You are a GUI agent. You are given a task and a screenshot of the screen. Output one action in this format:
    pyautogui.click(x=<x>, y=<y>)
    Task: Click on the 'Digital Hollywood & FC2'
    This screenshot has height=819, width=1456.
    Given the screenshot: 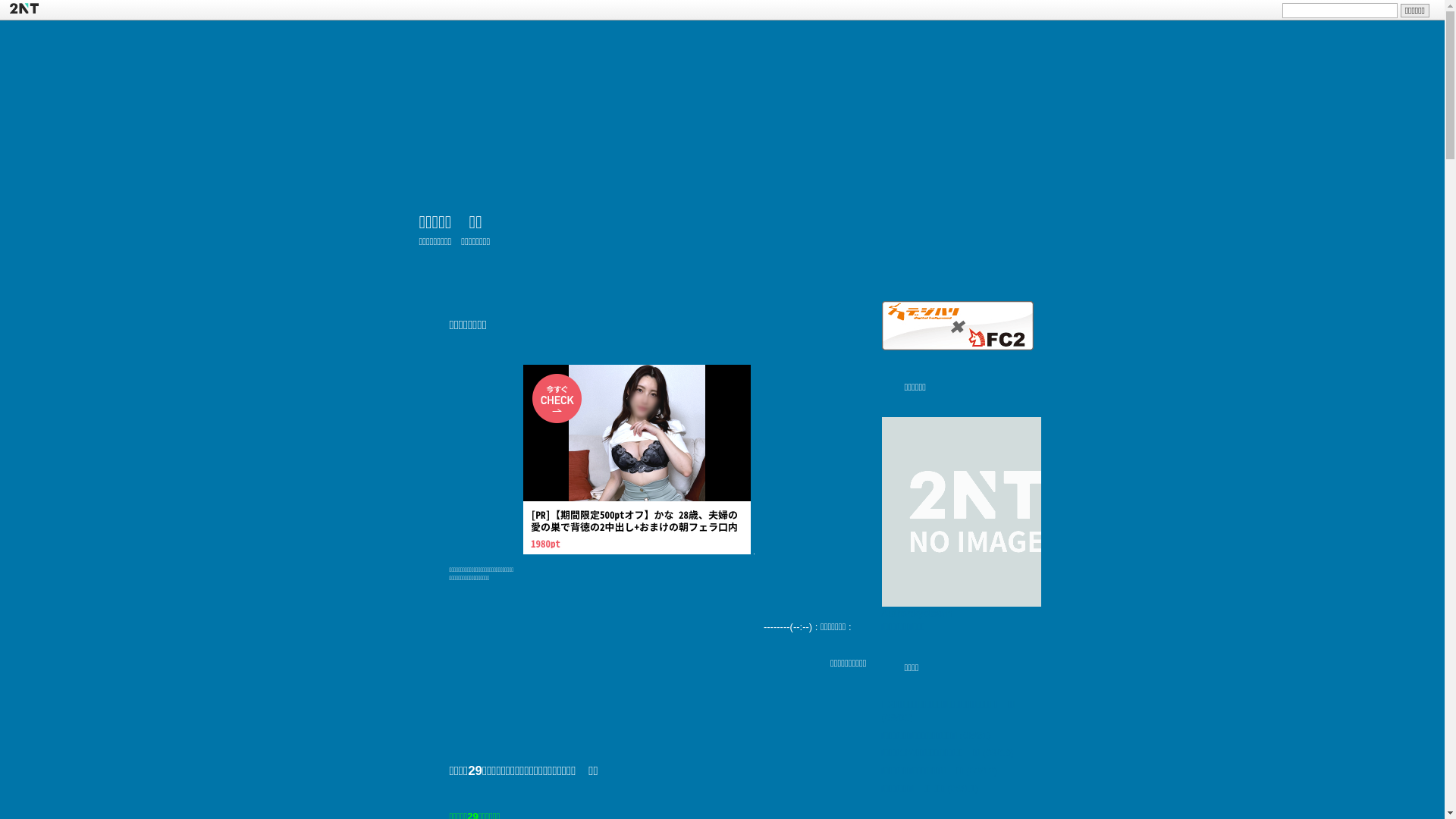 What is the action you would take?
    pyautogui.click(x=880, y=325)
    